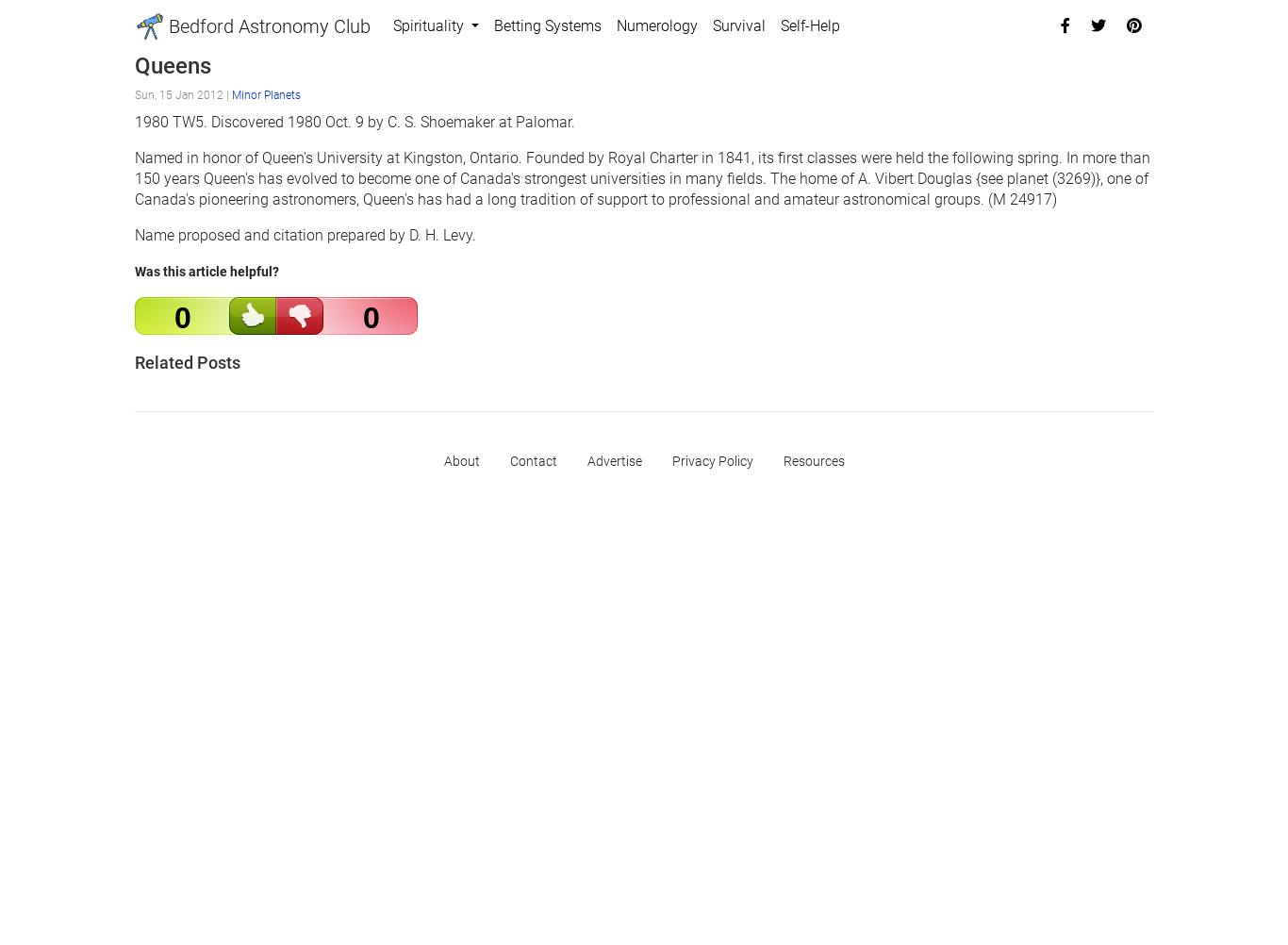 The width and height of the screenshot is (1288, 945). Describe the element at coordinates (172, 66) in the screenshot. I see `'Queens'` at that location.